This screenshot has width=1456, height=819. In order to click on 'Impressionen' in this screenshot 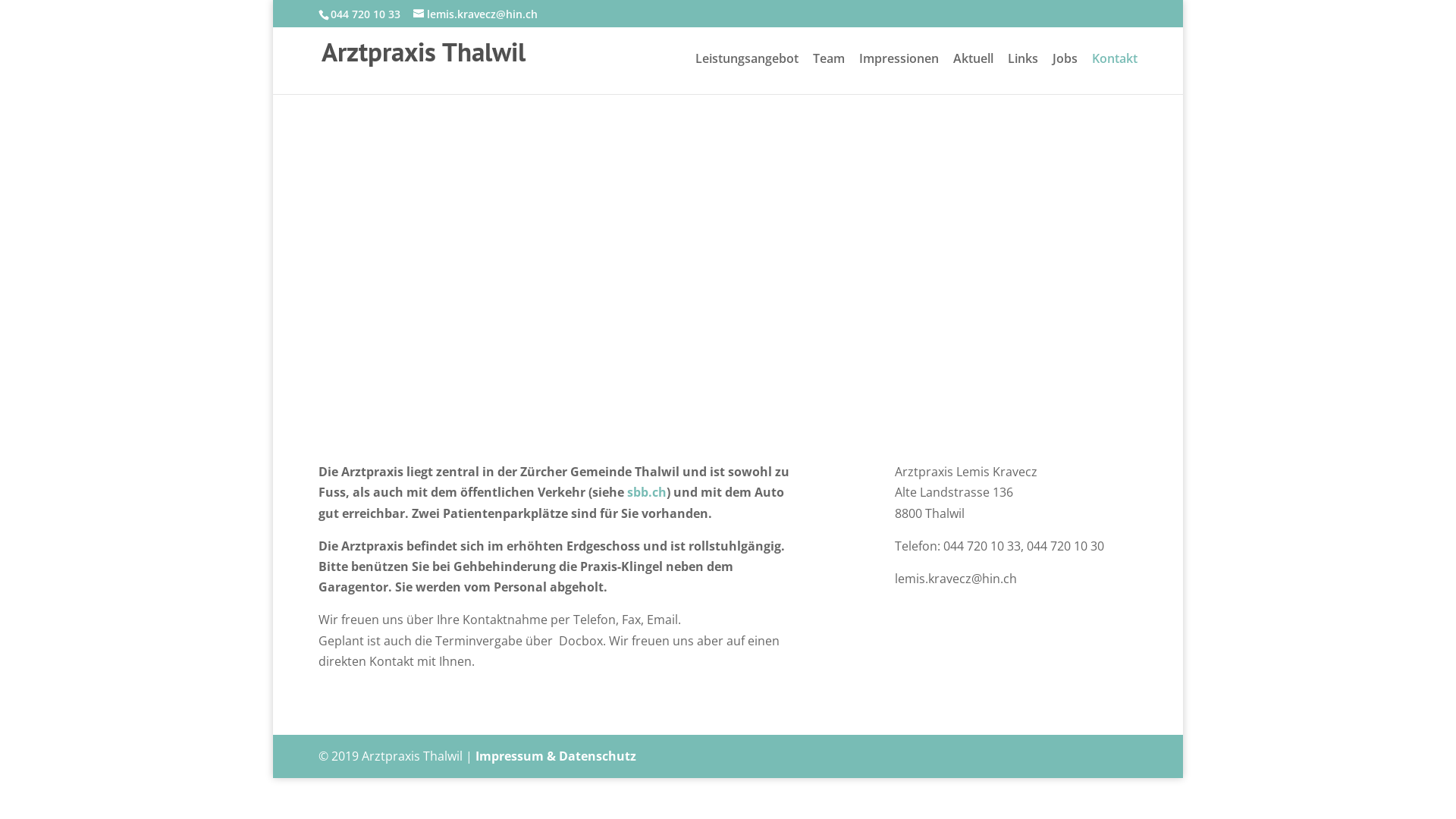, I will do `click(899, 73)`.